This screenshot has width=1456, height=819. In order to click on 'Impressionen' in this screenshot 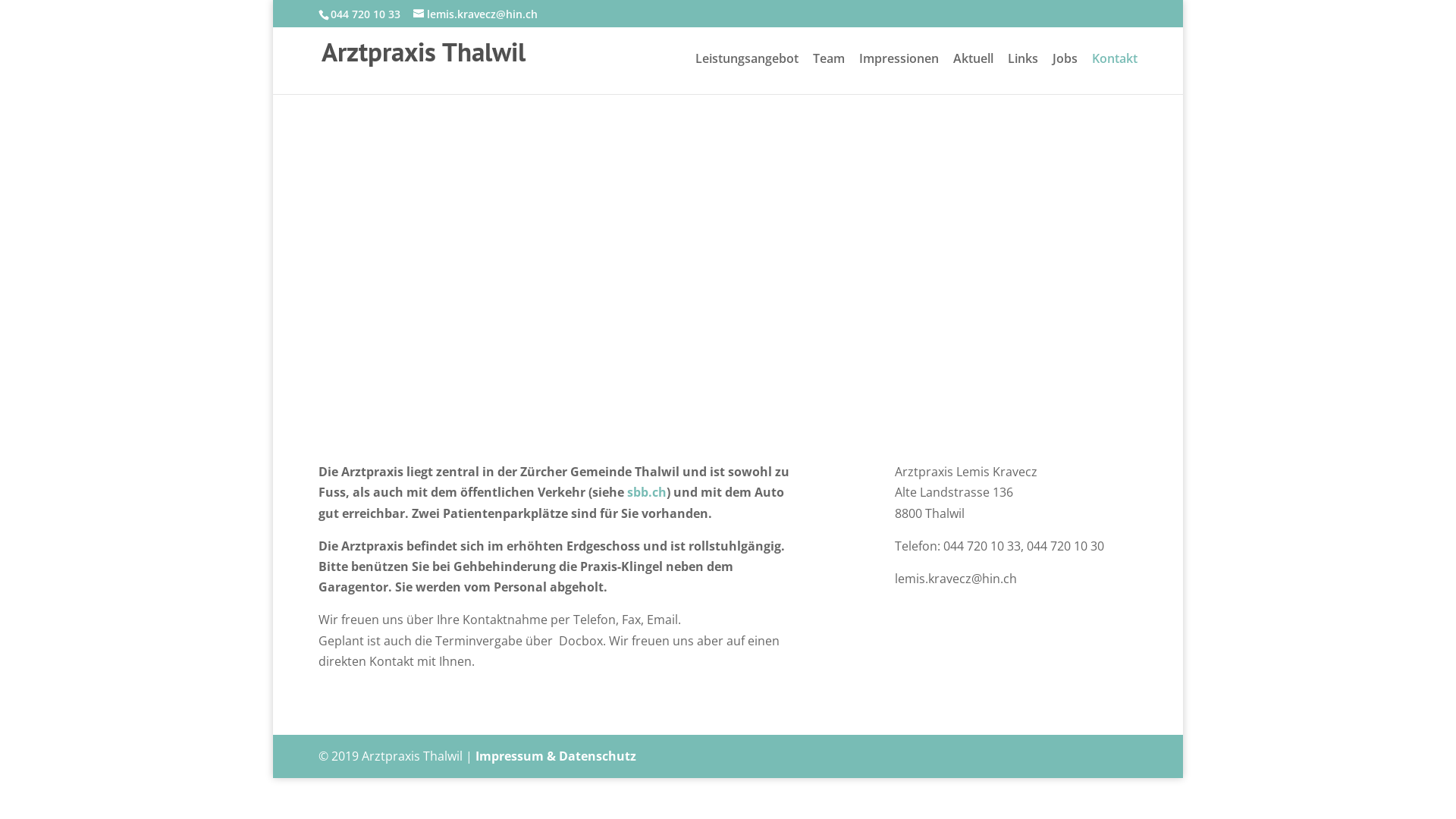, I will do `click(899, 73)`.